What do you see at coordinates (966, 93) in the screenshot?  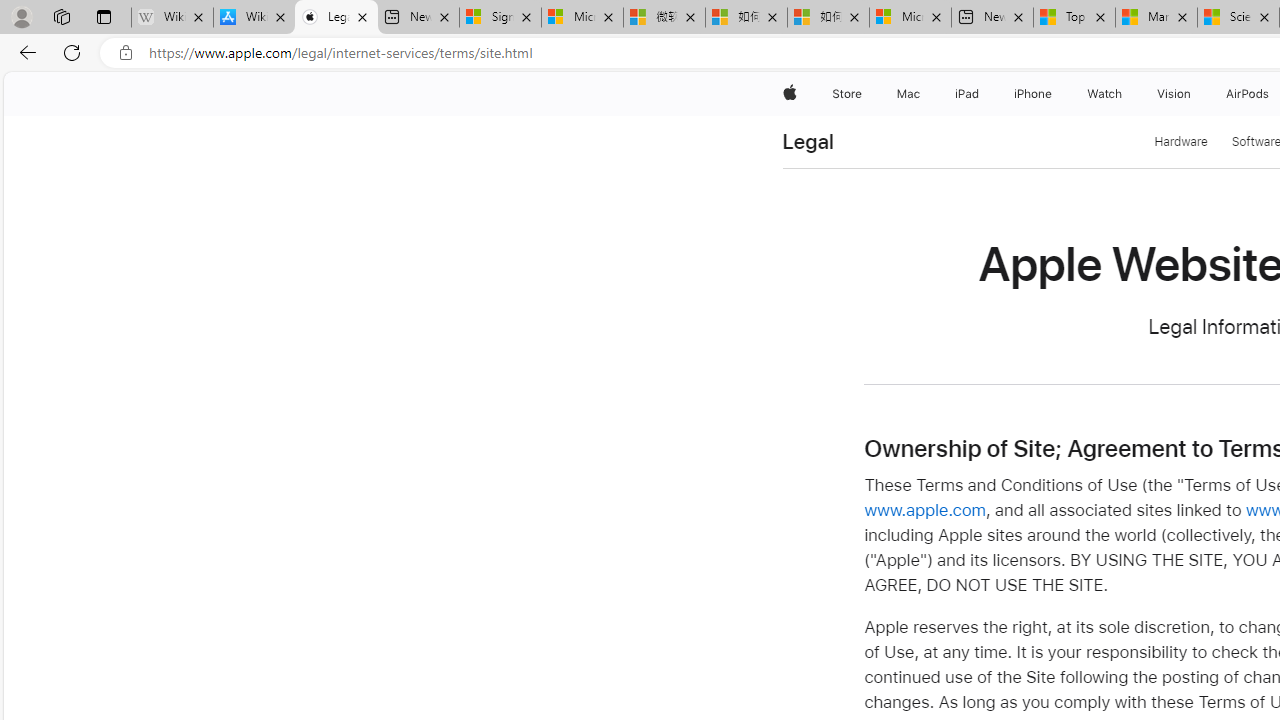 I see `'iPad'` at bounding box center [966, 93].